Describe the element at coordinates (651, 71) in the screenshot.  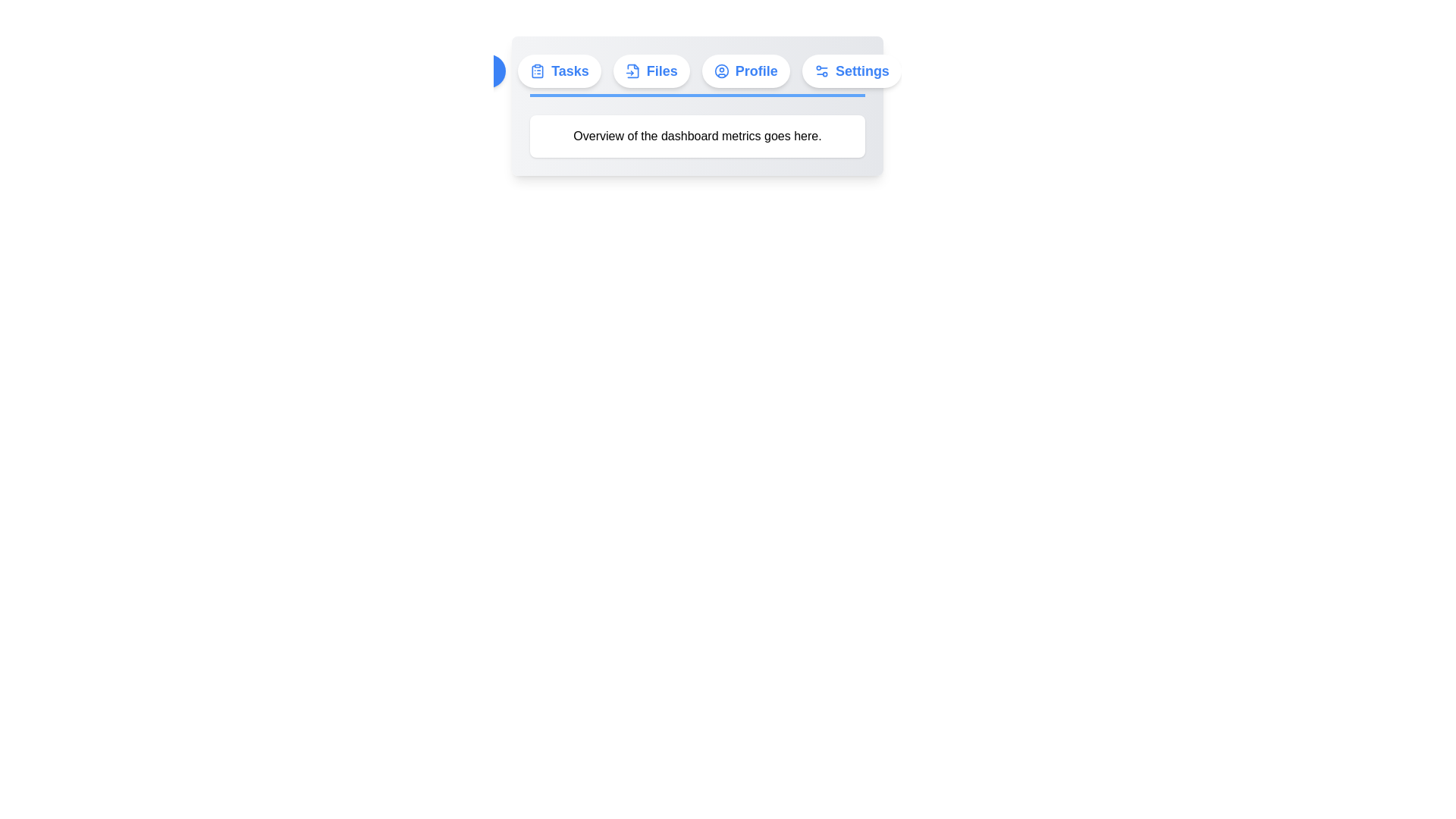
I see `the rounded button labeled 'Files' with a blue icon` at that location.